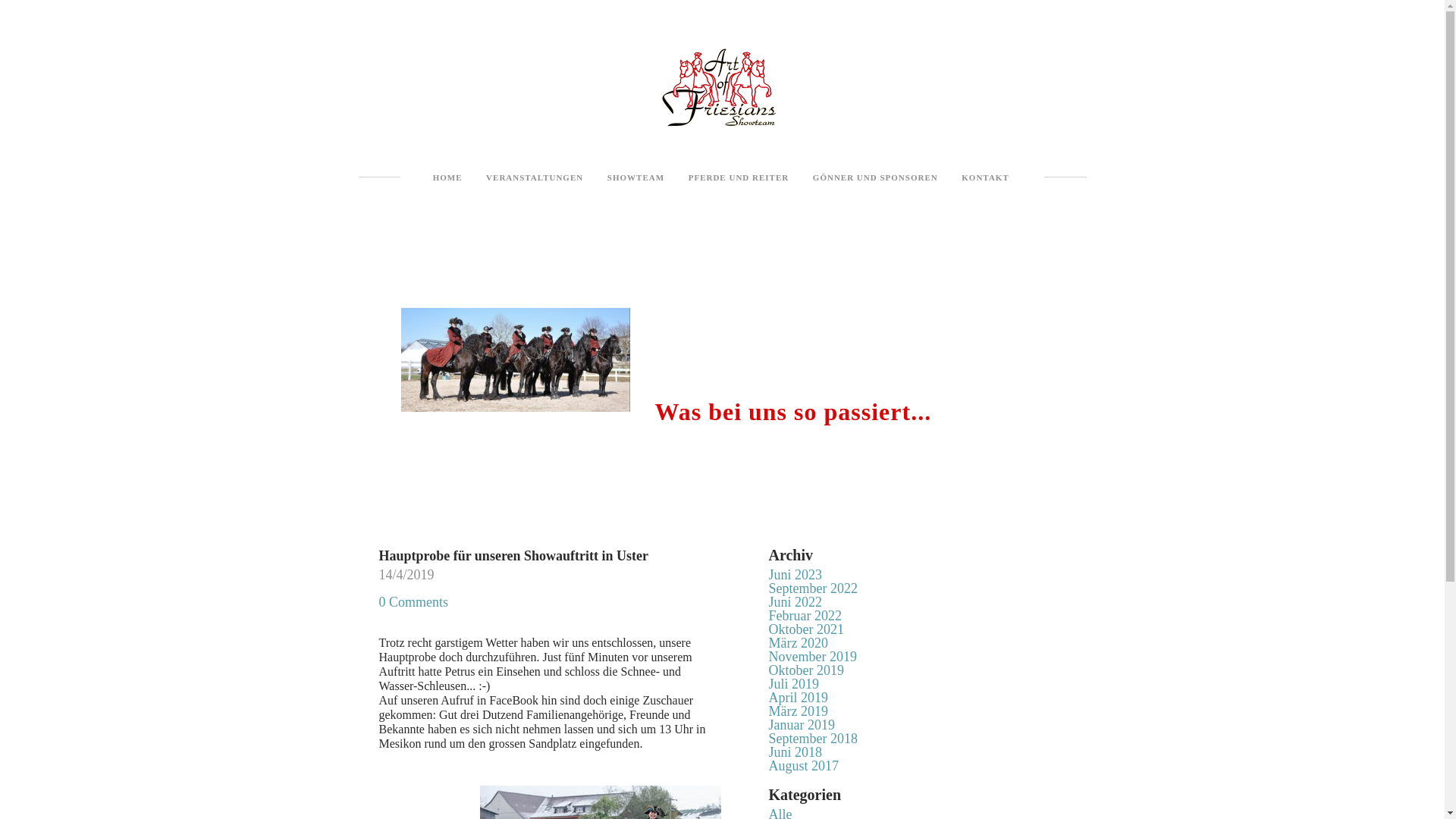  What do you see at coordinates (812, 738) in the screenshot?
I see `'September 2018'` at bounding box center [812, 738].